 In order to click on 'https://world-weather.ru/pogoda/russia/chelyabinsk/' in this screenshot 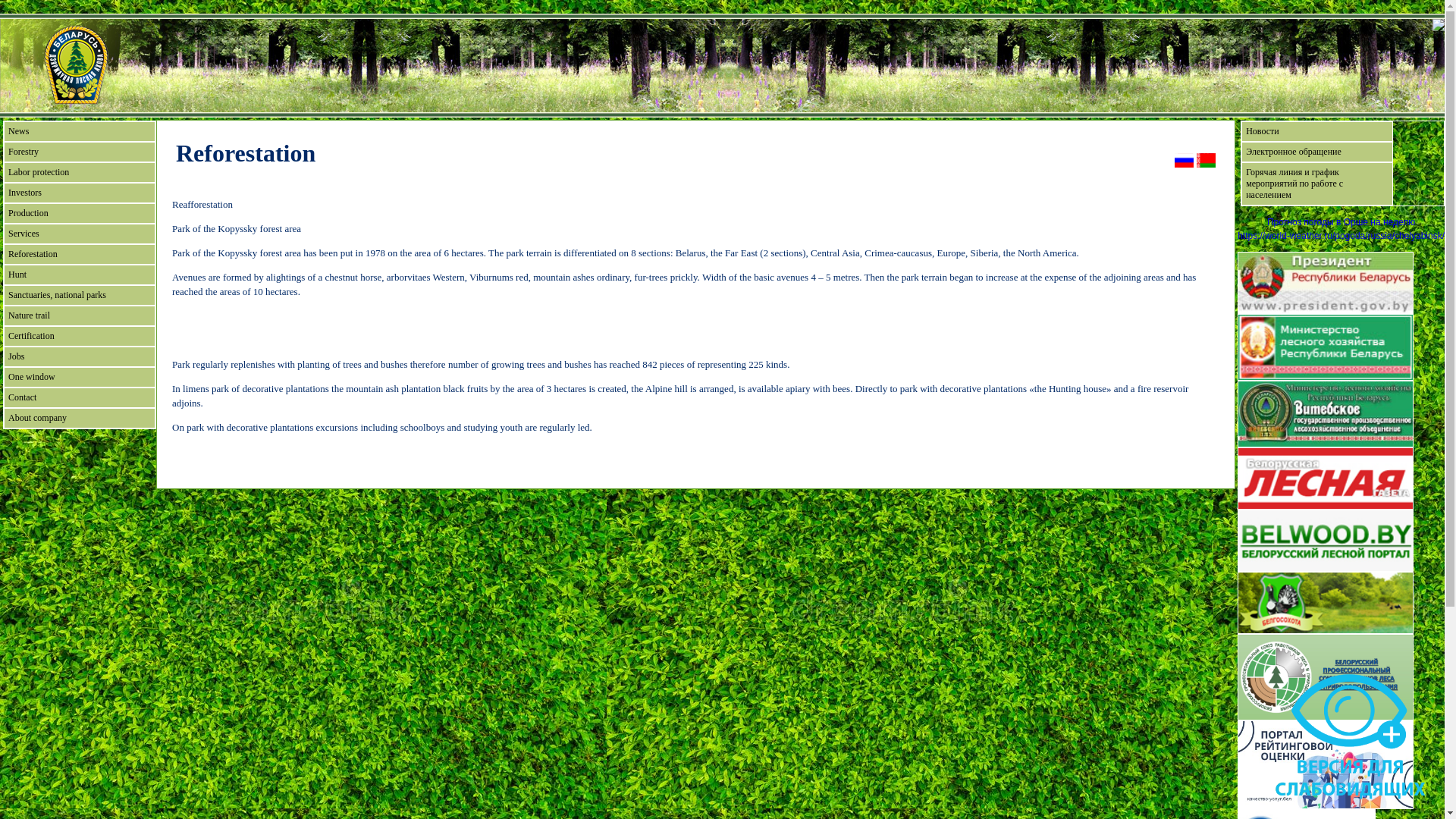, I will do `click(1341, 236)`.